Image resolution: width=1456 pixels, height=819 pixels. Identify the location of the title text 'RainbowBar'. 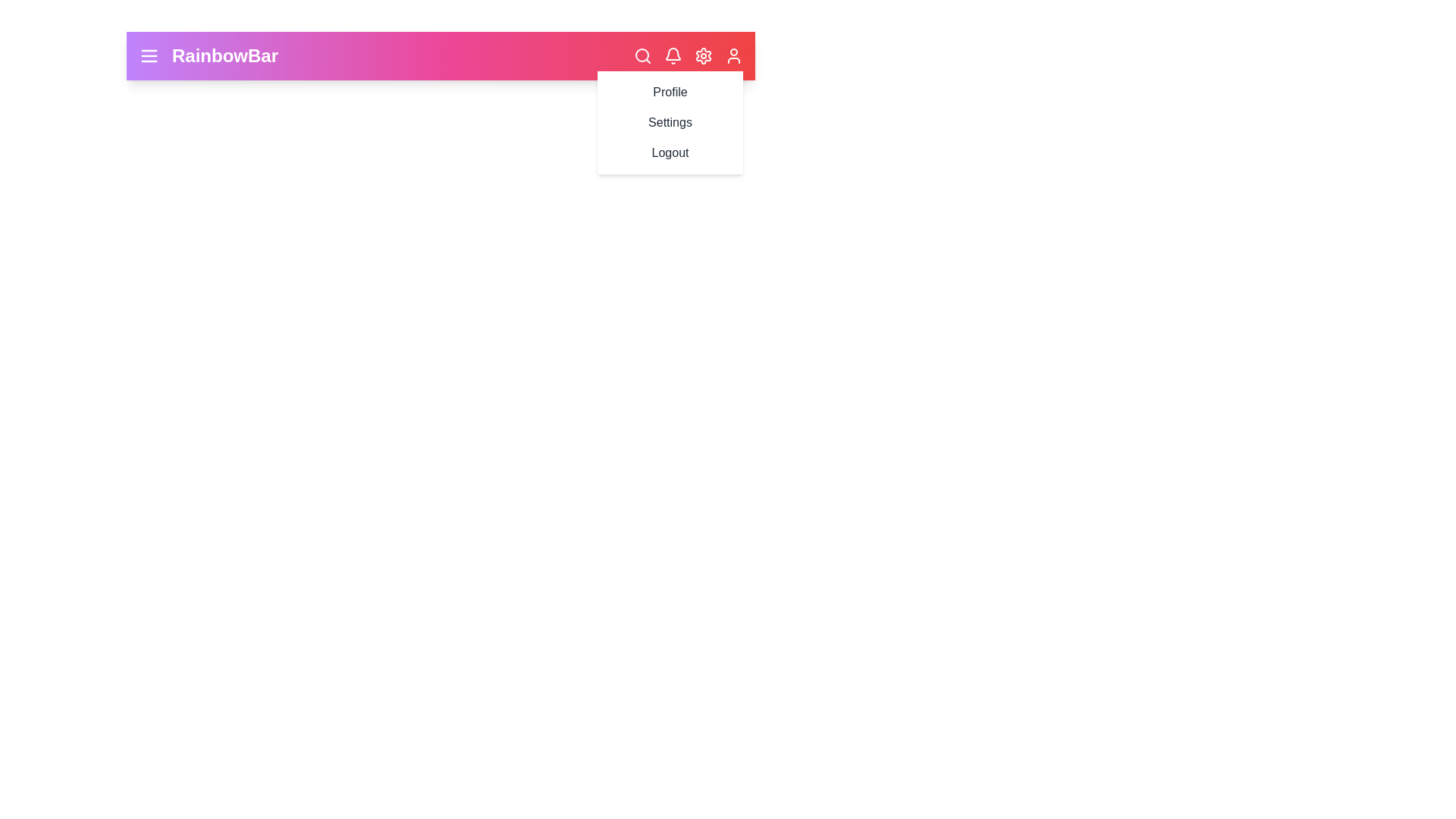
(224, 55).